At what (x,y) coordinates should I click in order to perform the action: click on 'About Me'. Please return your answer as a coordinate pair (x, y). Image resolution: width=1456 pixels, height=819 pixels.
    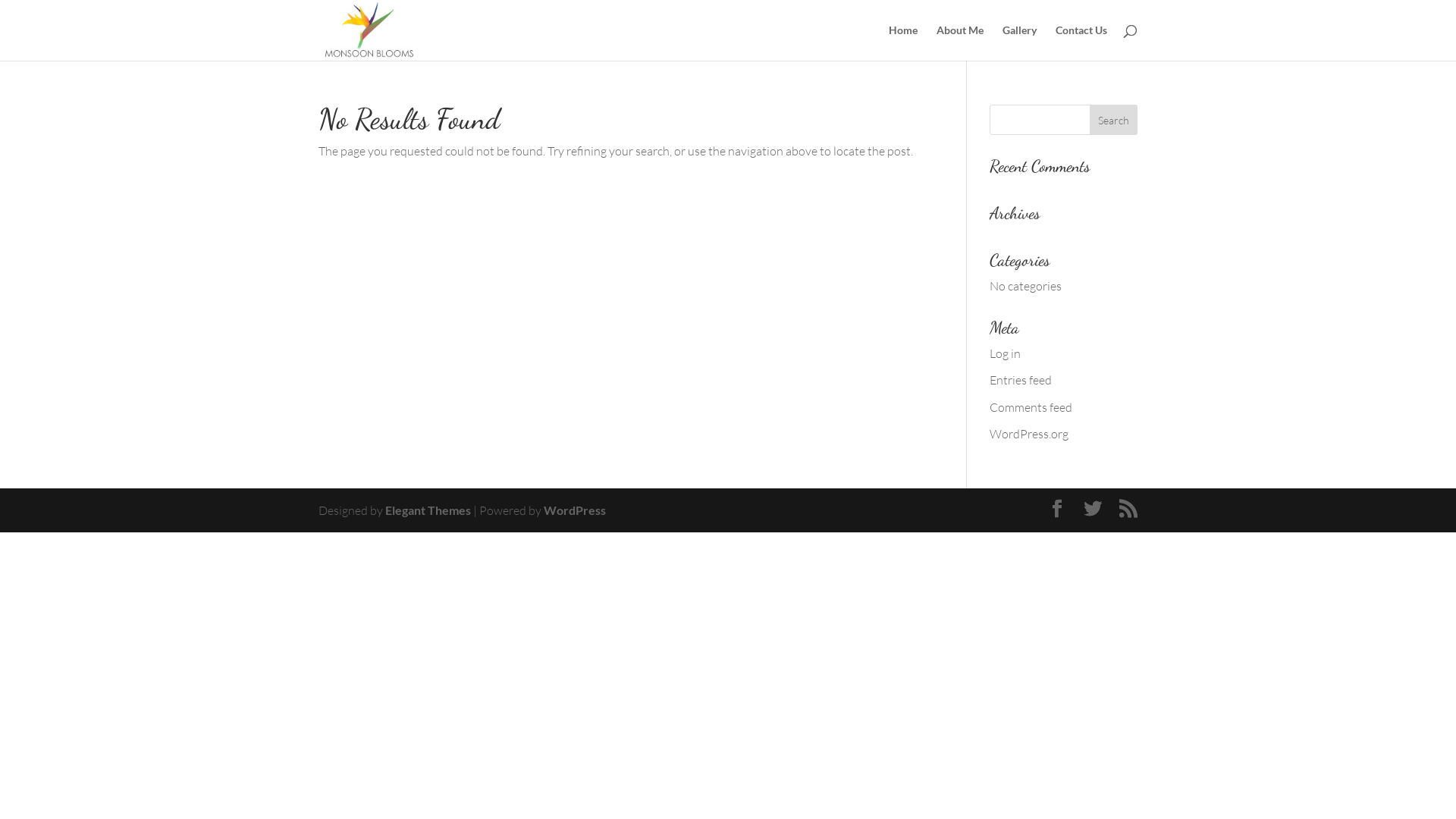
    Looking at the image, I should click on (959, 42).